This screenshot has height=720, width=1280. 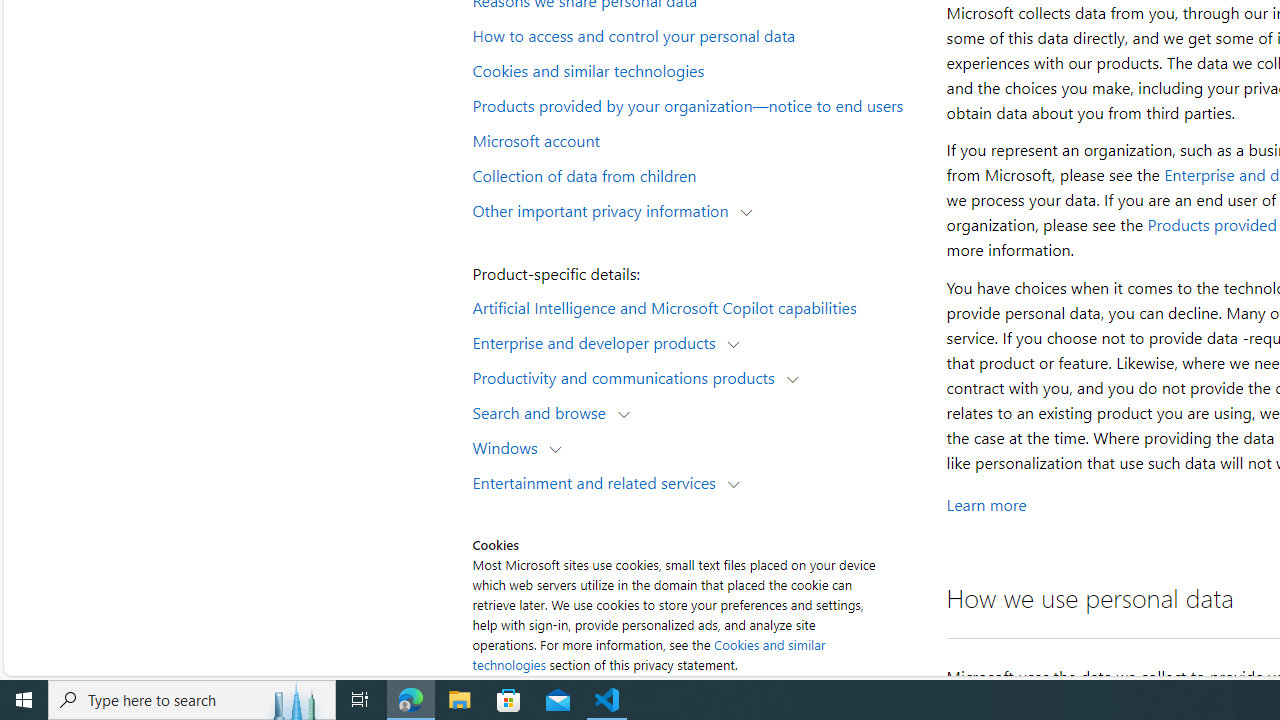 I want to click on 'Windows', so click(x=510, y=446).